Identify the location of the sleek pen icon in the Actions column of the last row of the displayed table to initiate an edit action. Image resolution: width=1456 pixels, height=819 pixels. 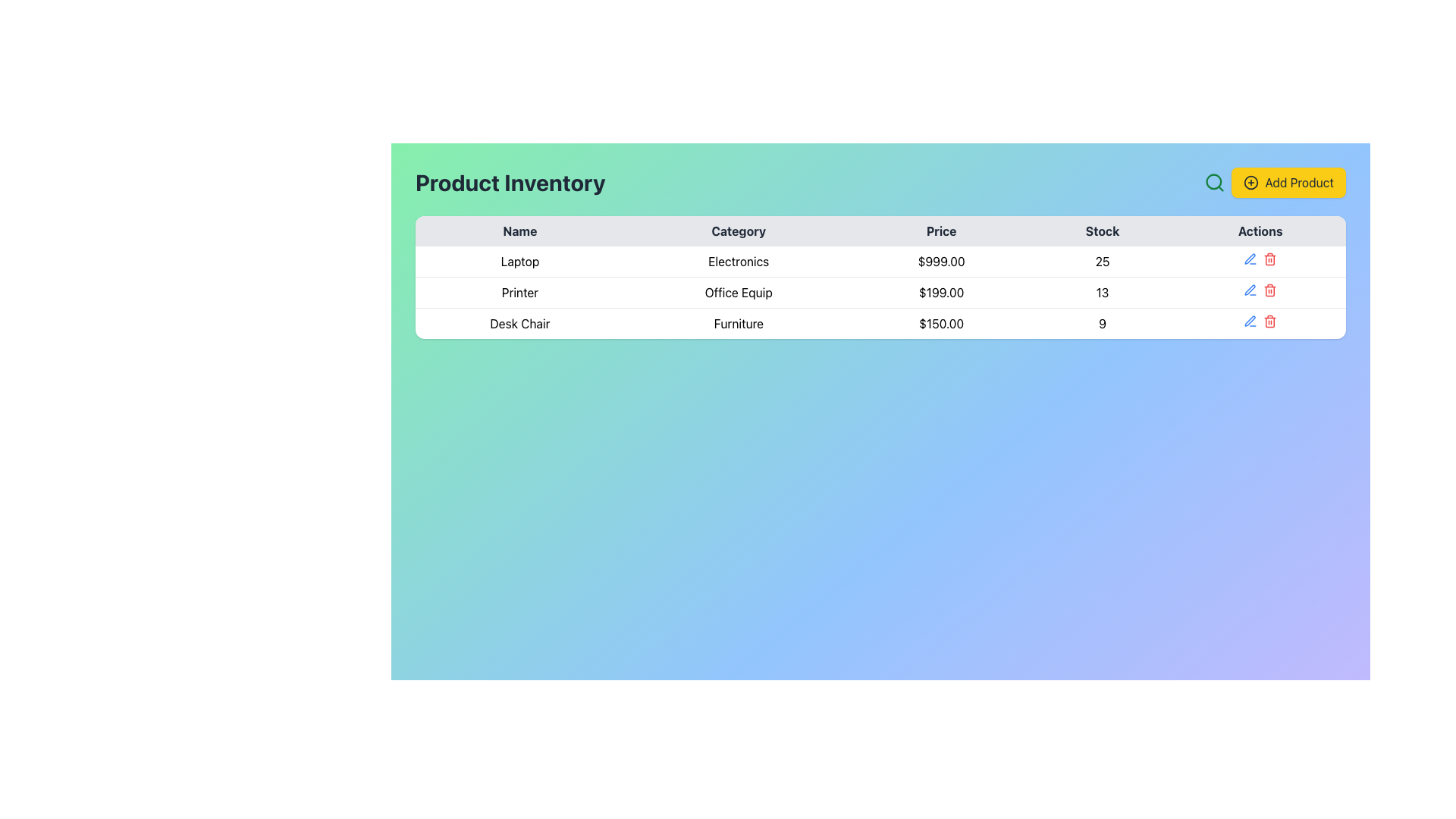
(1250, 258).